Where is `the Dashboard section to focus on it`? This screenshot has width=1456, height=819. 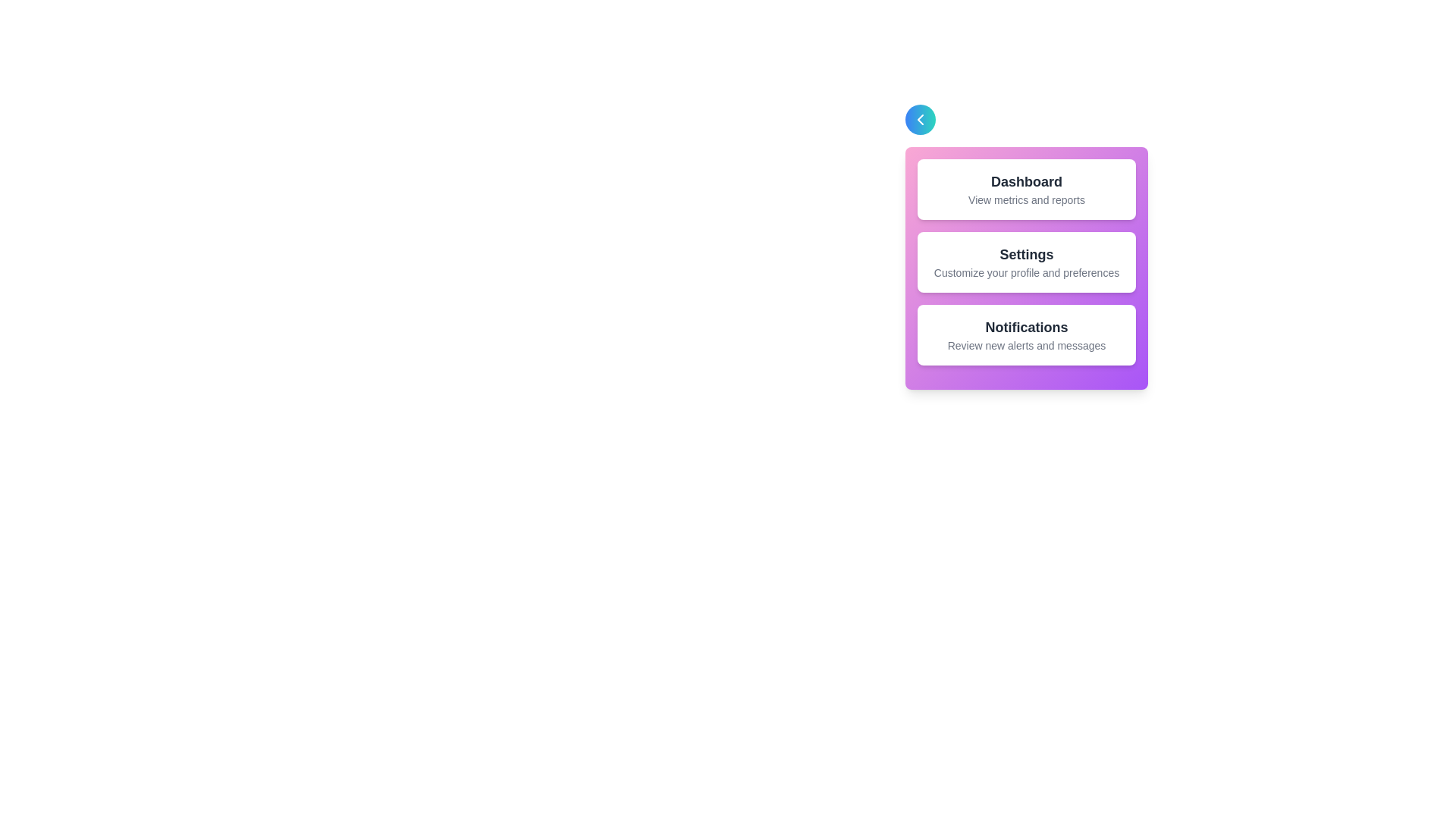
the Dashboard section to focus on it is located at coordinates (1026, 189).